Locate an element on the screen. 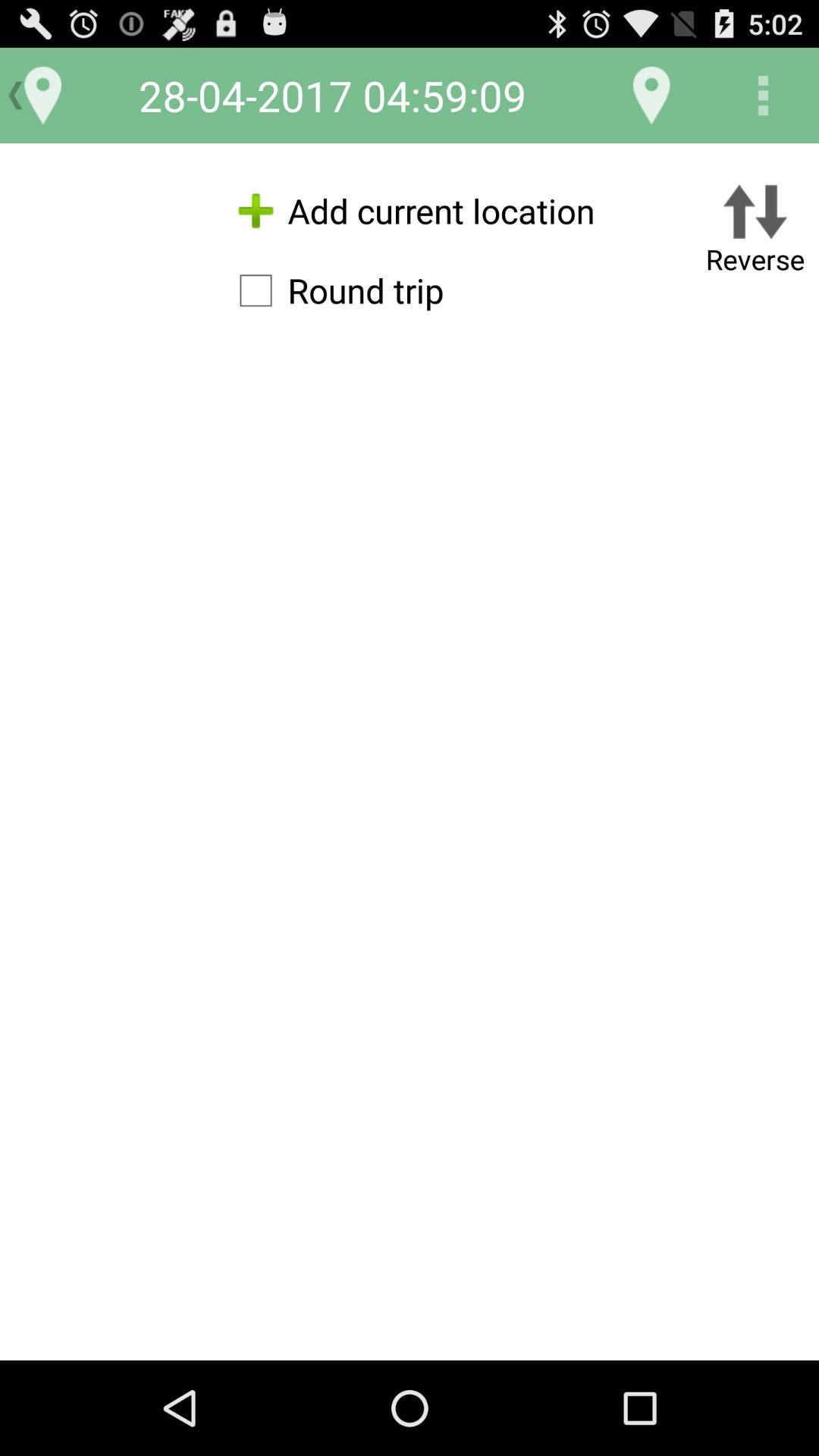 Image resolution: width=819 pixels, height=1456 pixels. the item above the add current location is located at coordinates (651, 94).